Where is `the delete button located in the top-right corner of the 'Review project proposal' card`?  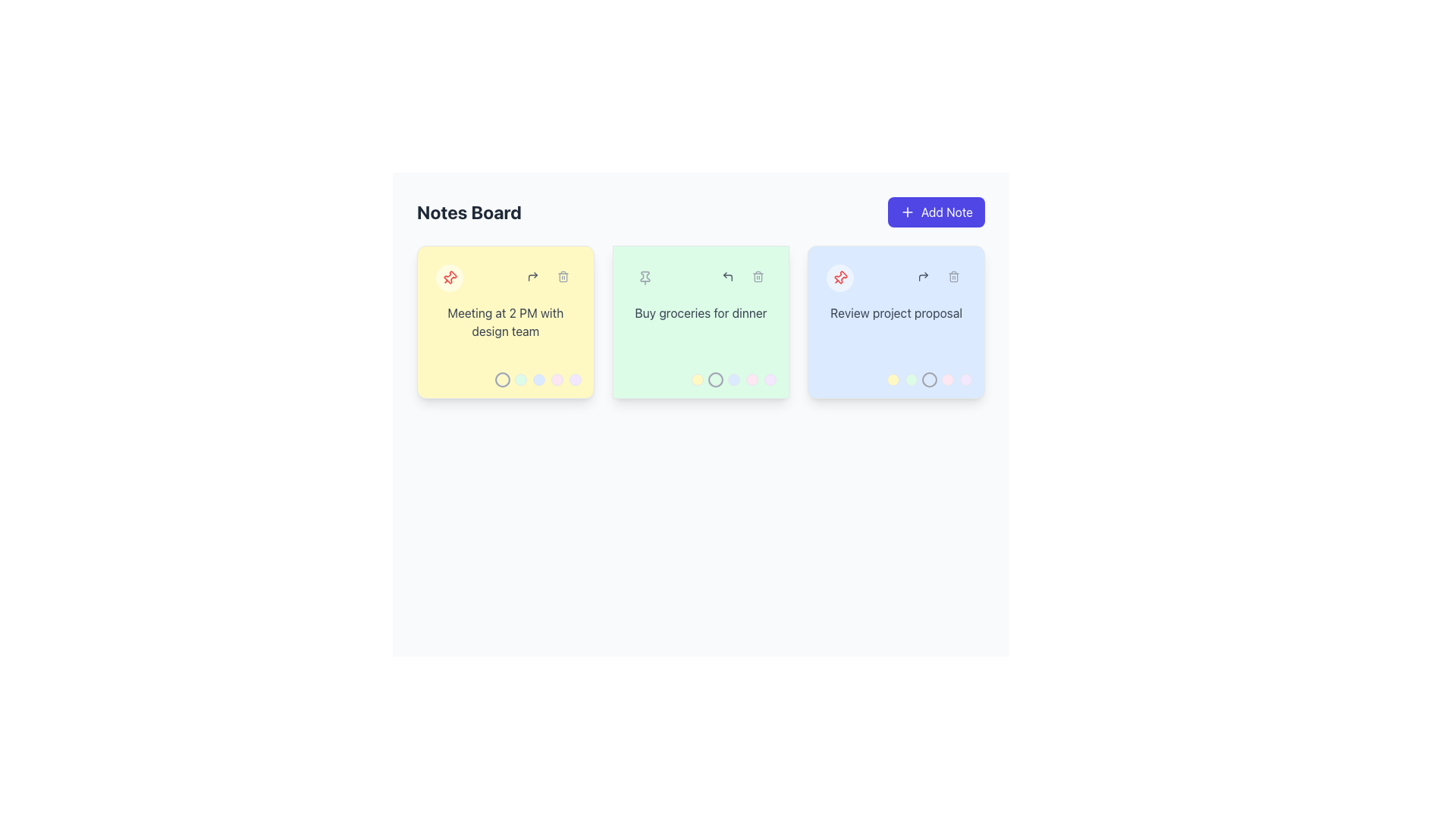 the delete button located in the top-right corner of the 'Review project proposal' card is located at coordinates (952, 277).